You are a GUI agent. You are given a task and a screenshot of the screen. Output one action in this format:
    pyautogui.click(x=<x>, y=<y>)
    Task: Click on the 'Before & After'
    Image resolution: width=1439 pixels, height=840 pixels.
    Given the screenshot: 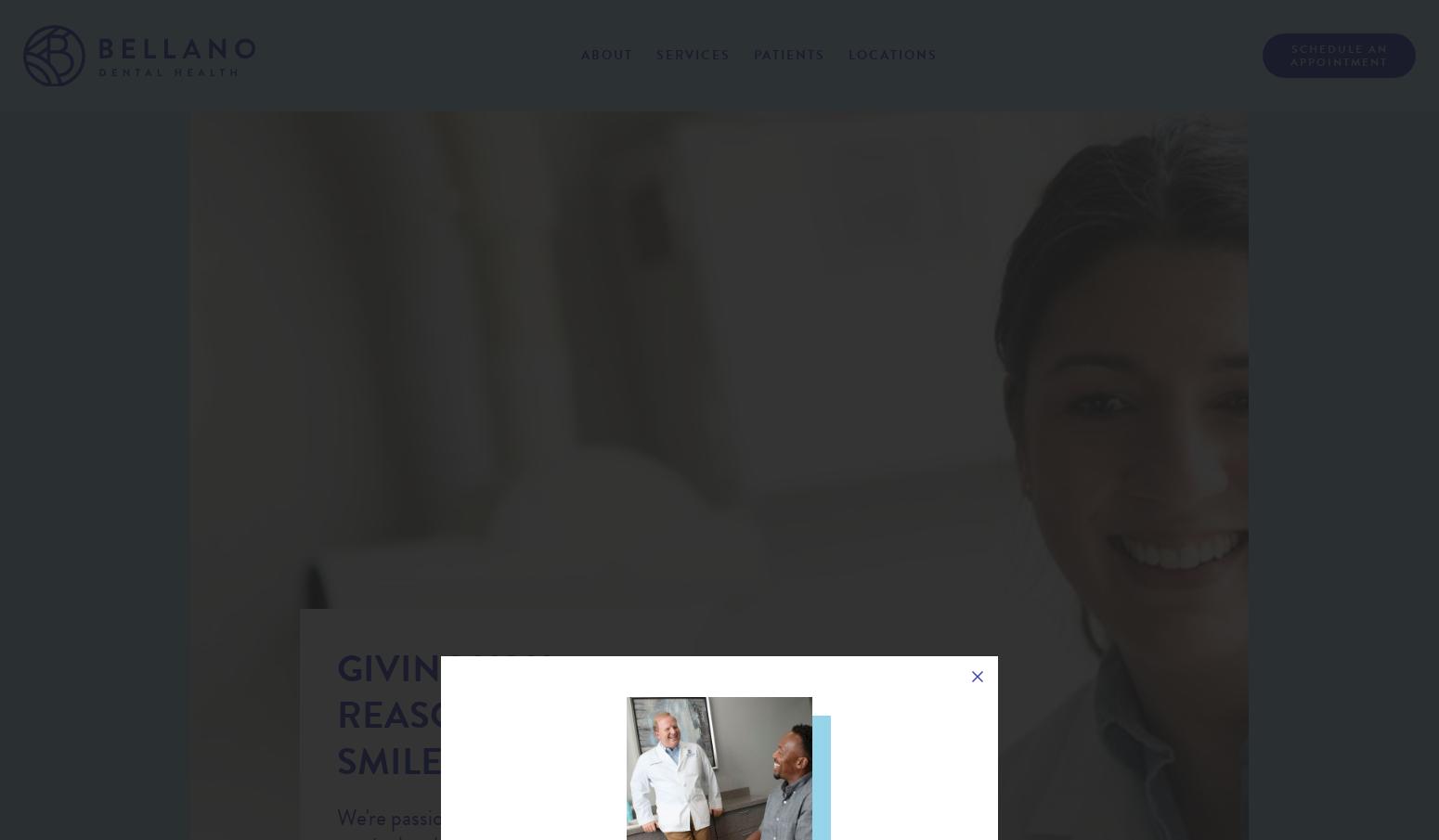 What is the action you would take?
    pyautogui.click(x=595, y=235)
    